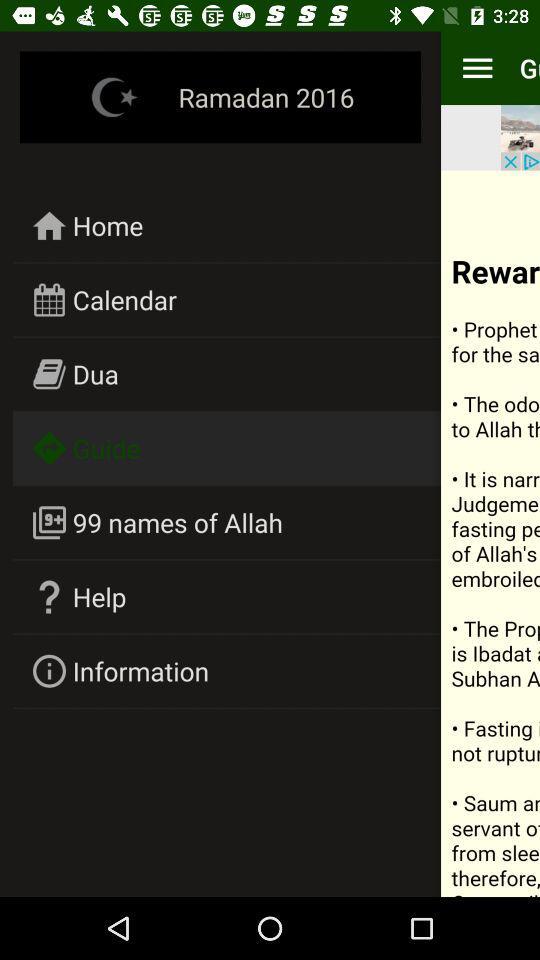  What do you see at coordinates (520, 136) in the screenshot?
I see `the item to the right of ramadan 2016 icon` at bounding box center [520, 136].